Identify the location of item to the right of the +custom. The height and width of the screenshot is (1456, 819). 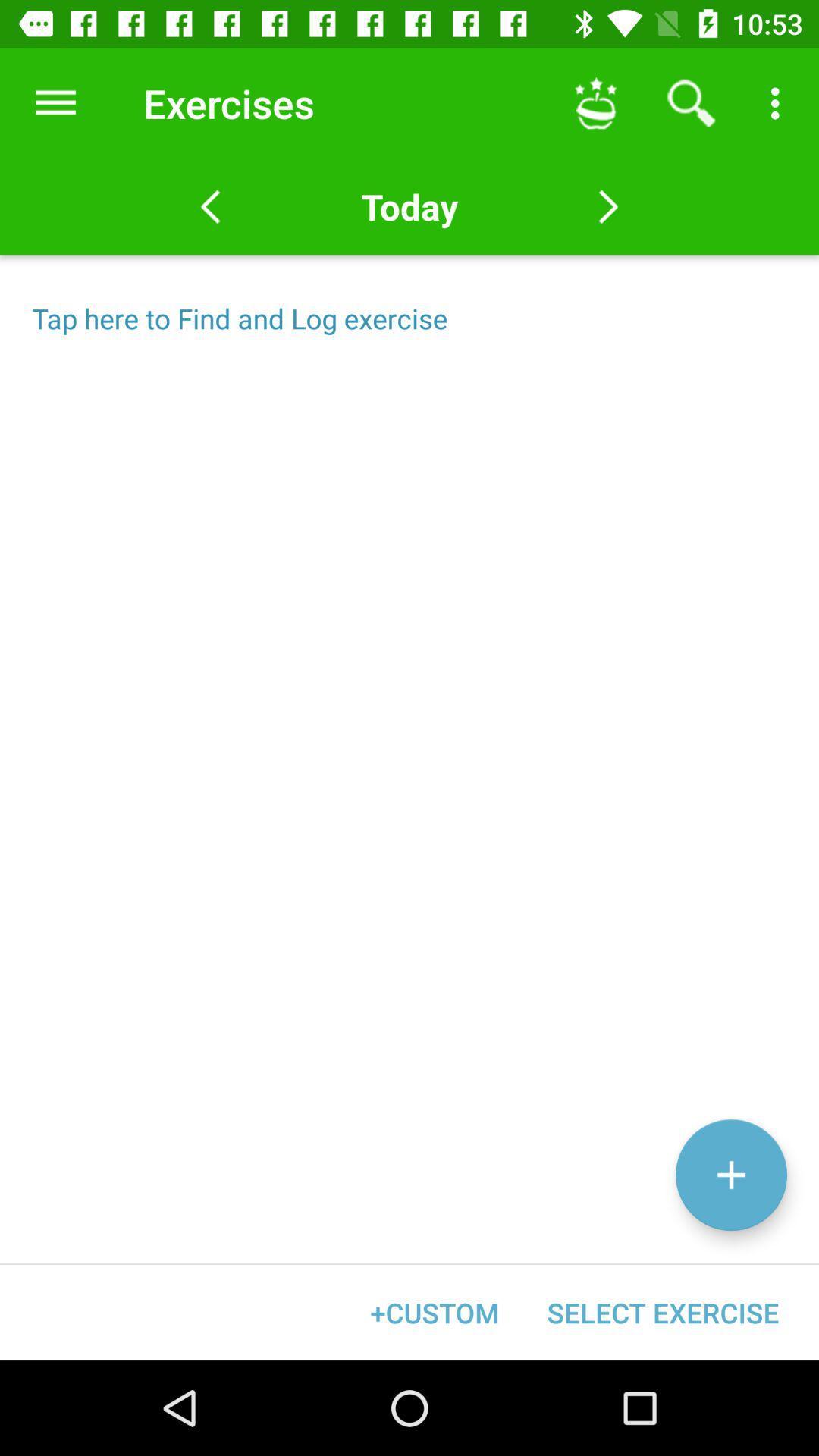
(662, 1312).